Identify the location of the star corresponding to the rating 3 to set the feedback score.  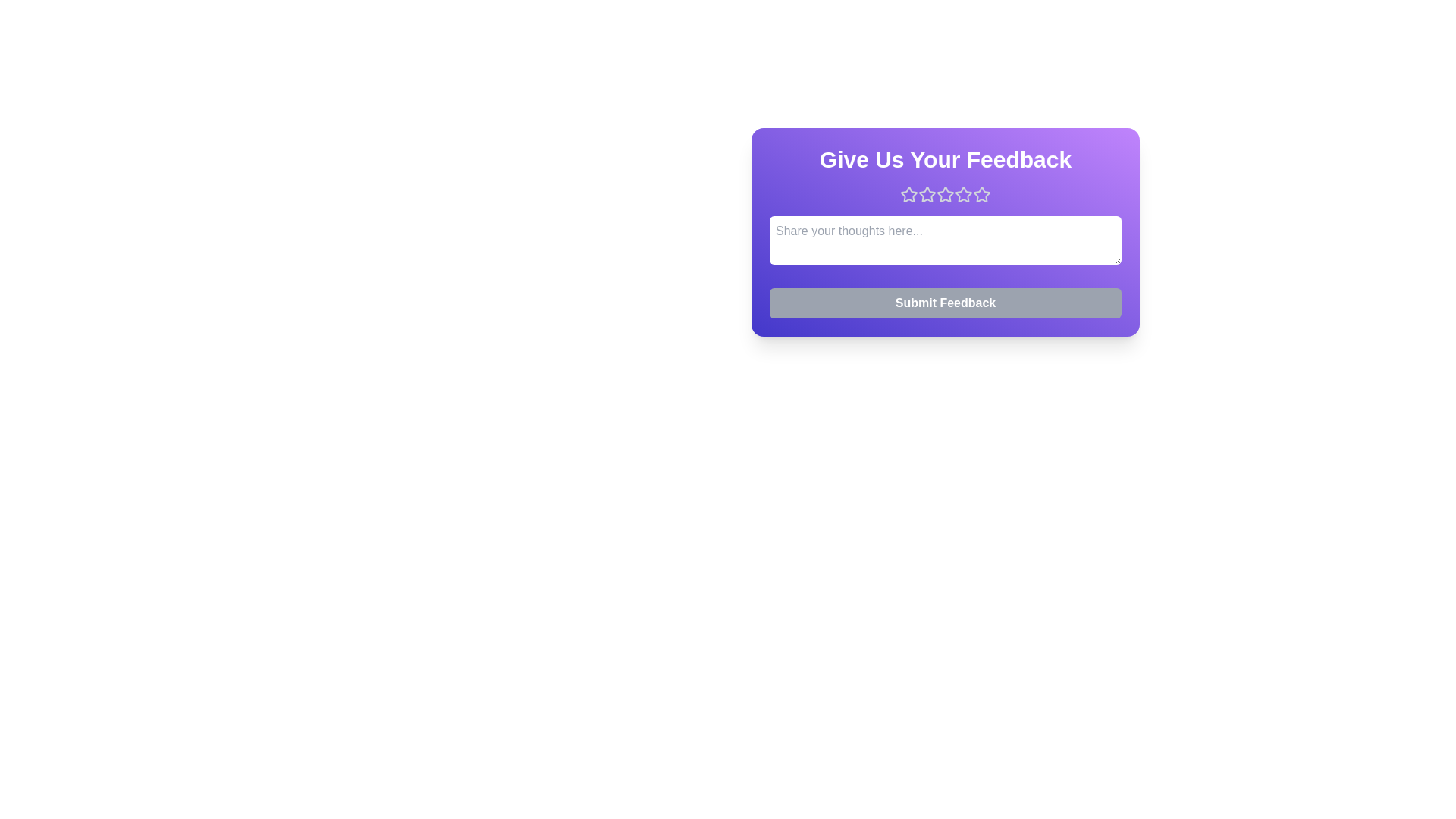
(945, 194).